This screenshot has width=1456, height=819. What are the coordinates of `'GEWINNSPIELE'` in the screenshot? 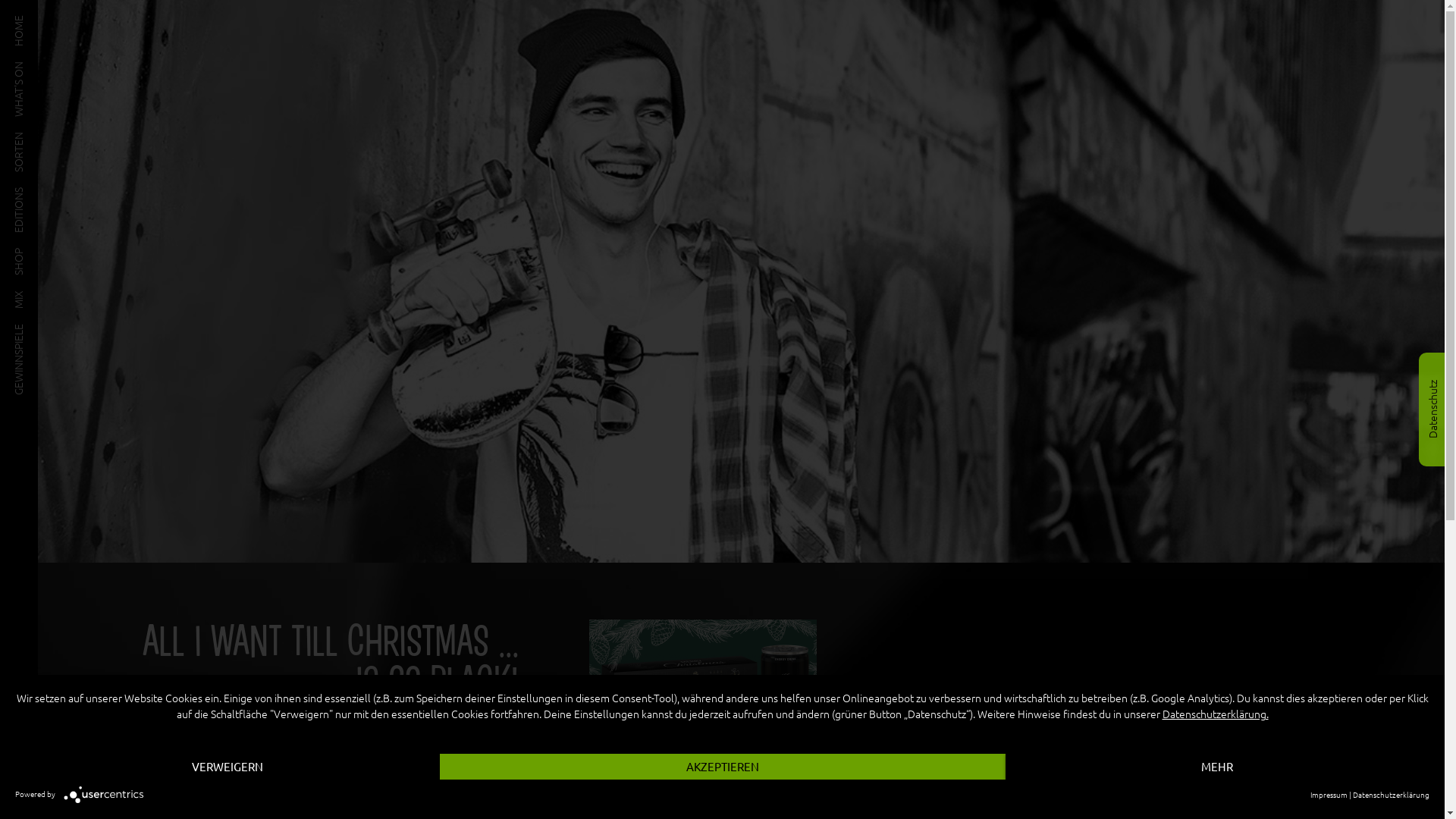 It's located at (49, 328).